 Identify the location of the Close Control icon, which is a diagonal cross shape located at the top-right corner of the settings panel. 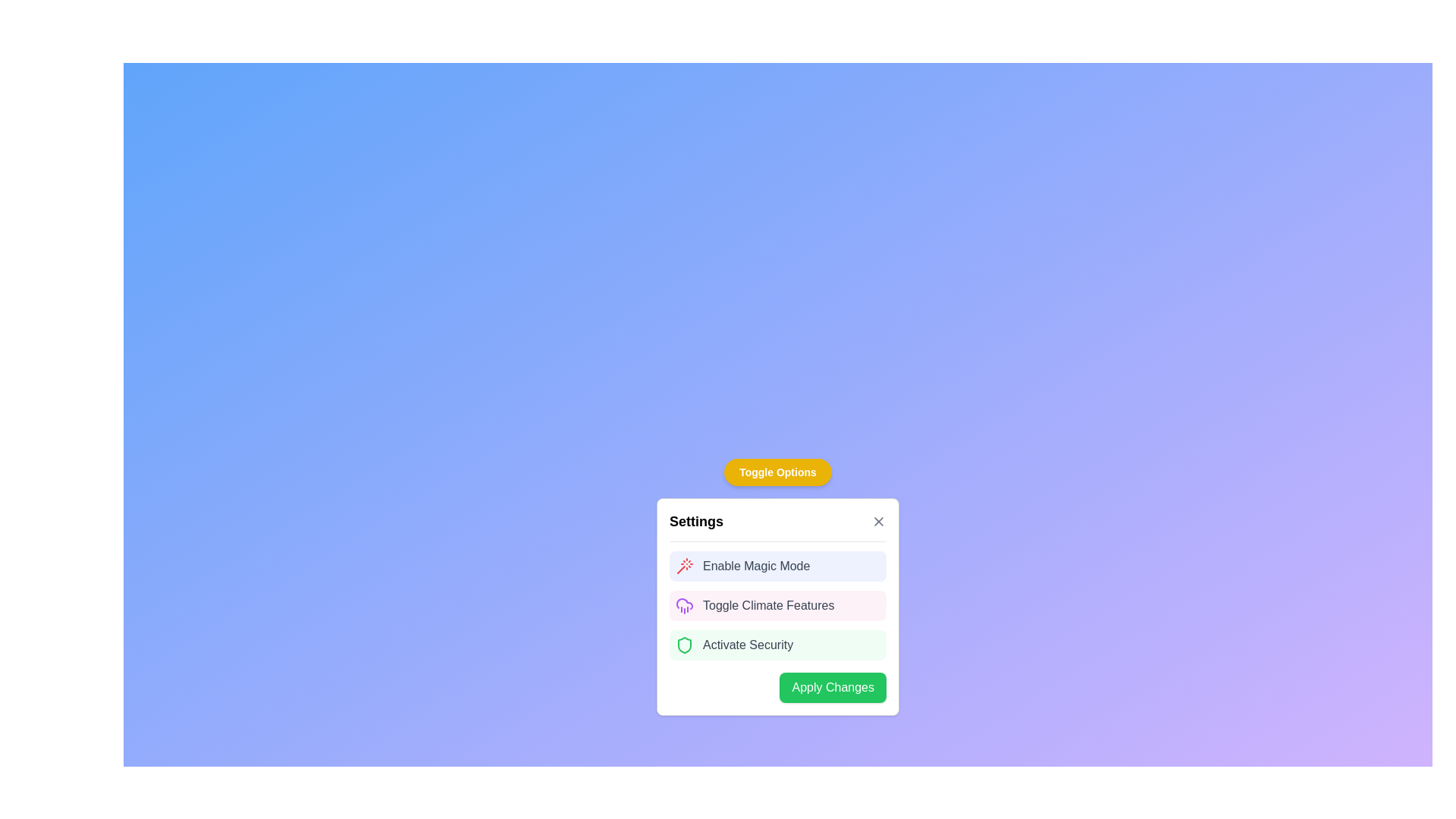
(878, 520).